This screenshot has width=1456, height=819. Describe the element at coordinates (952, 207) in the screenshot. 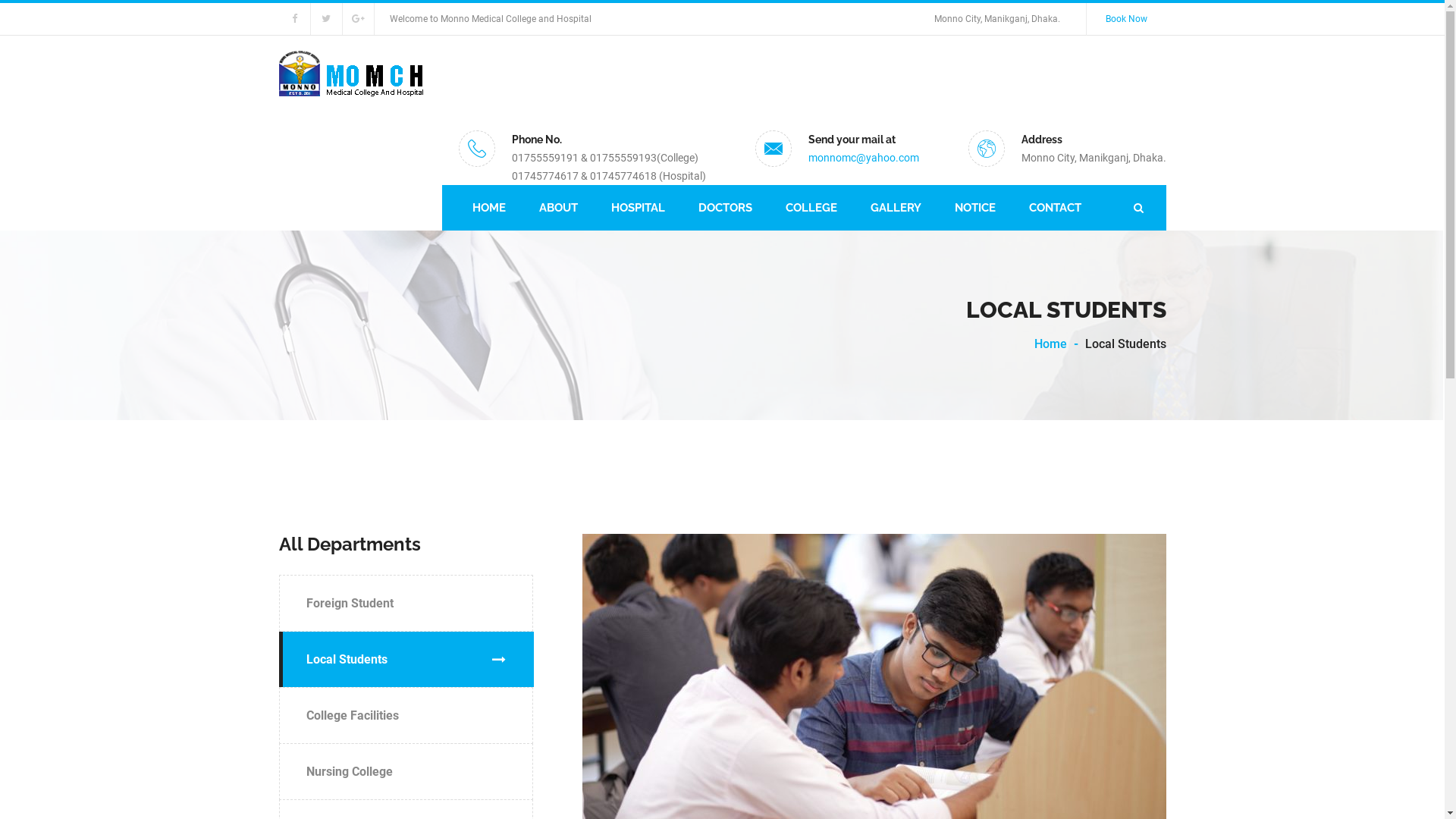

I see `'NOTICE'` at that location.